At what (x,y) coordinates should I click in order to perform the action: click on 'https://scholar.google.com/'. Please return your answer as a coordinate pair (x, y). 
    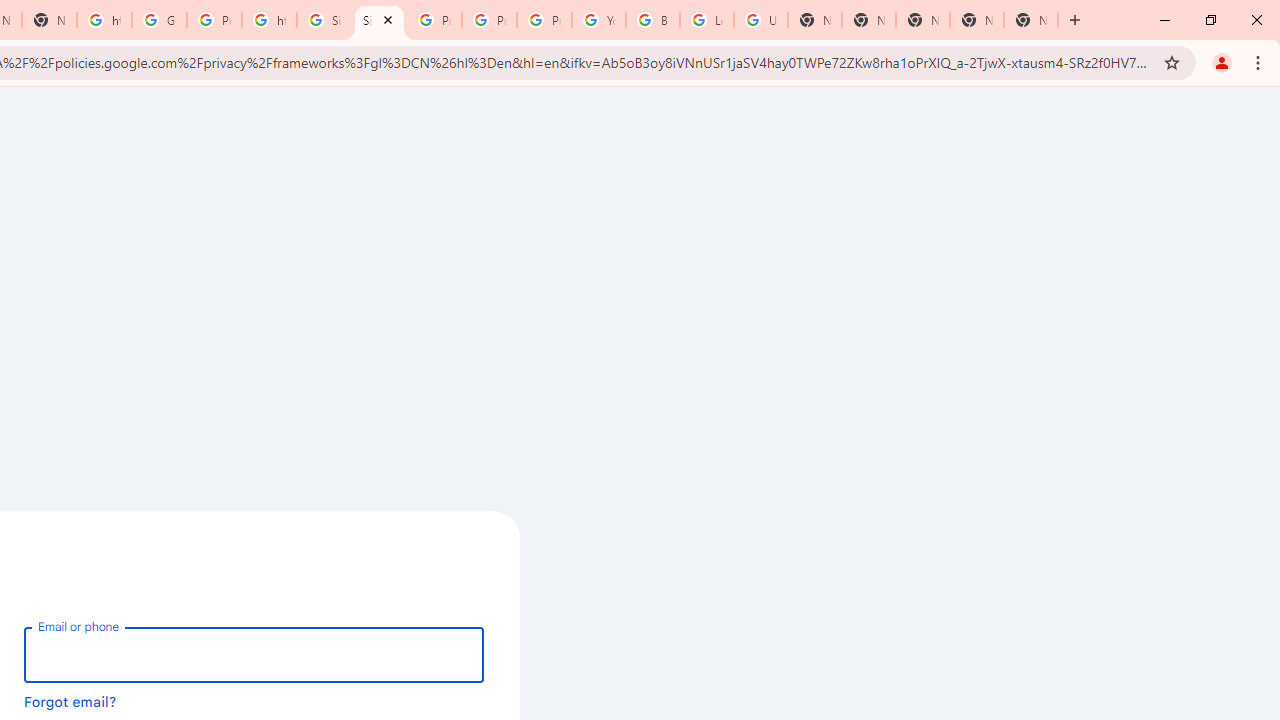
    Looking at the image, I should click on (103, 20).